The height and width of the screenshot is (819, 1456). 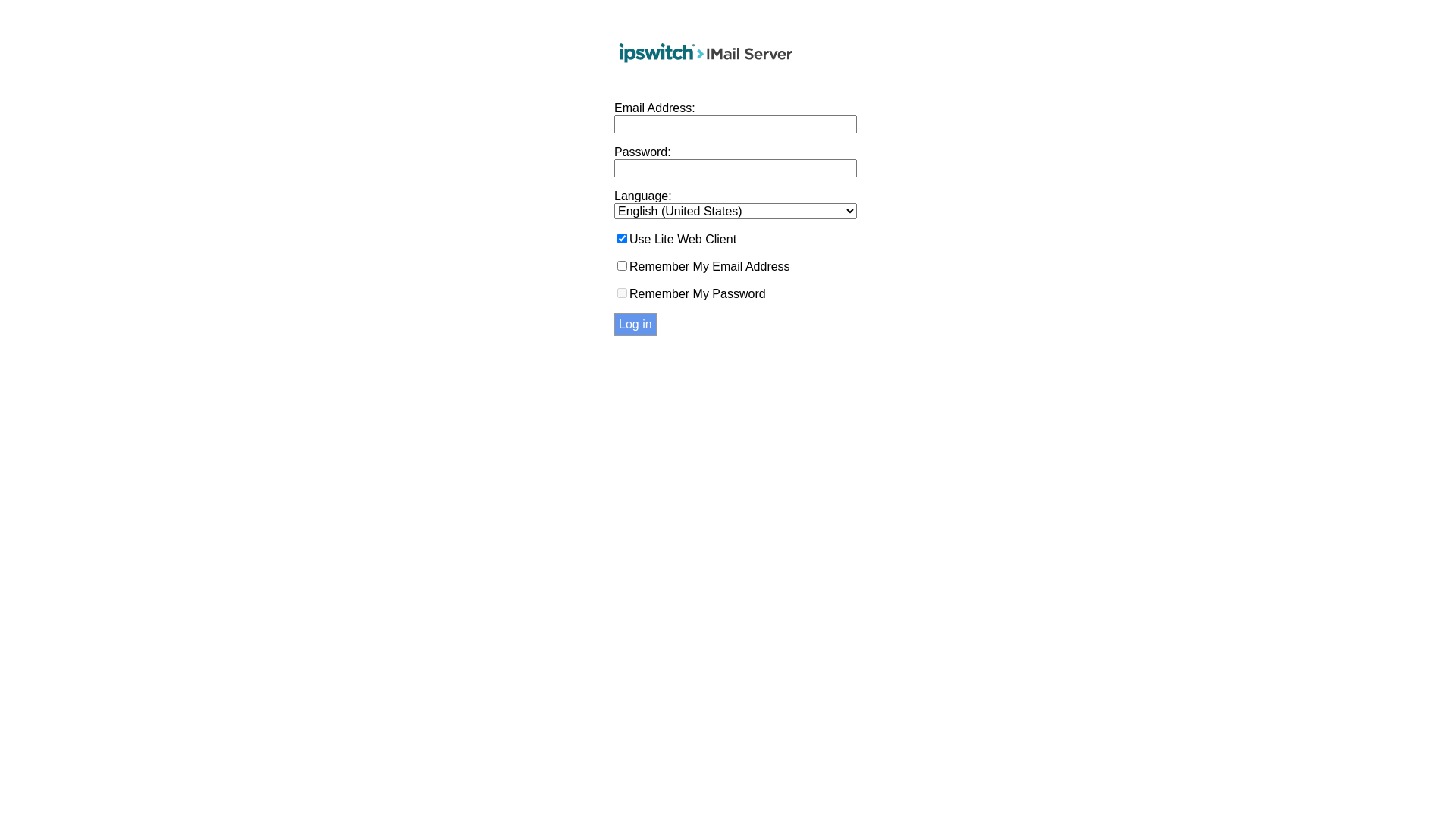 What do you see at coordinates (635, 324) in the screenshot?
I see `'Log in'` at bounding box center [635, 324].